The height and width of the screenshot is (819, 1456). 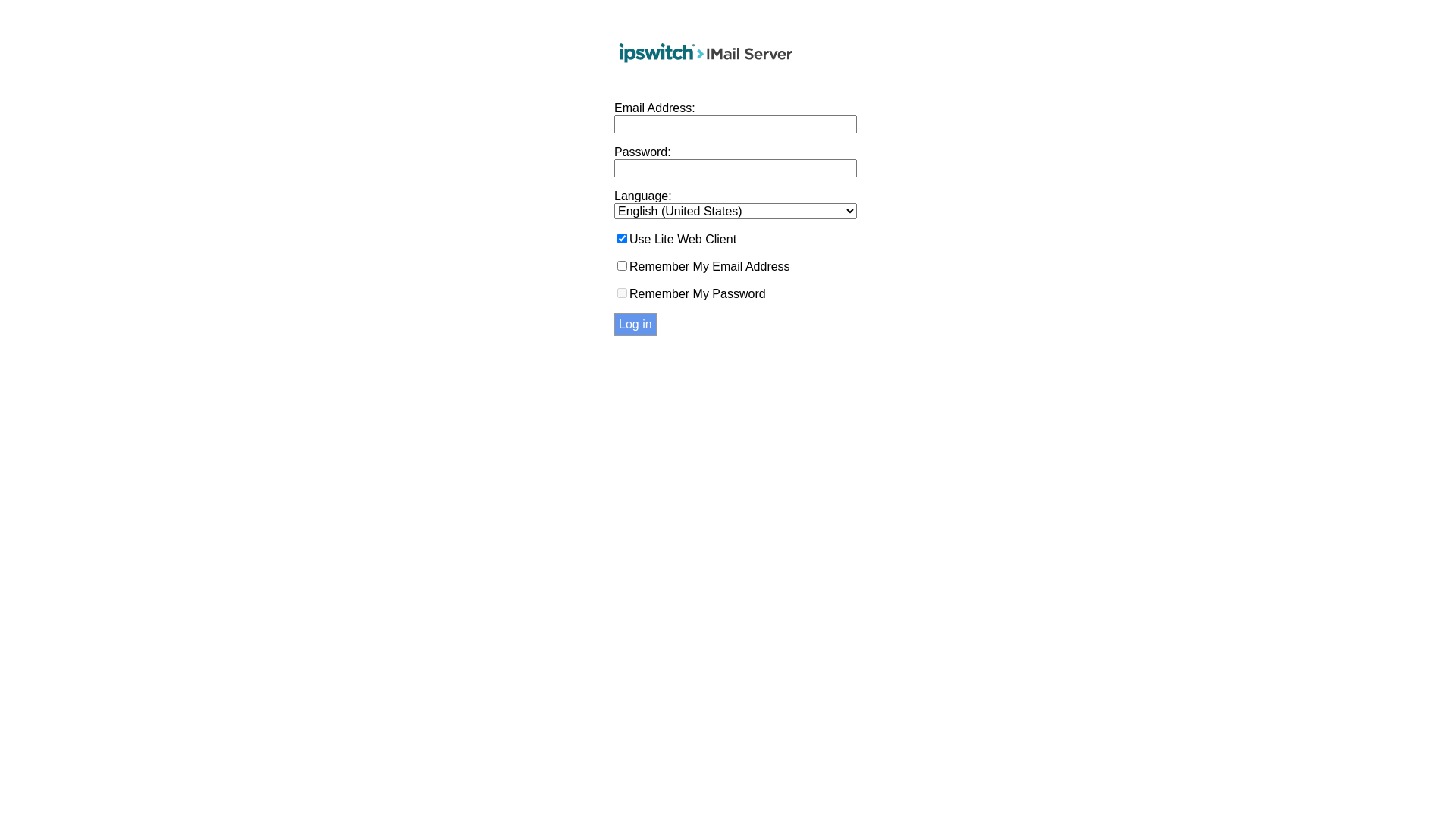 What do you see at coordinates (635, 324) in the screenshot?
I see `'Log in'` at bounding box center [635, 324].